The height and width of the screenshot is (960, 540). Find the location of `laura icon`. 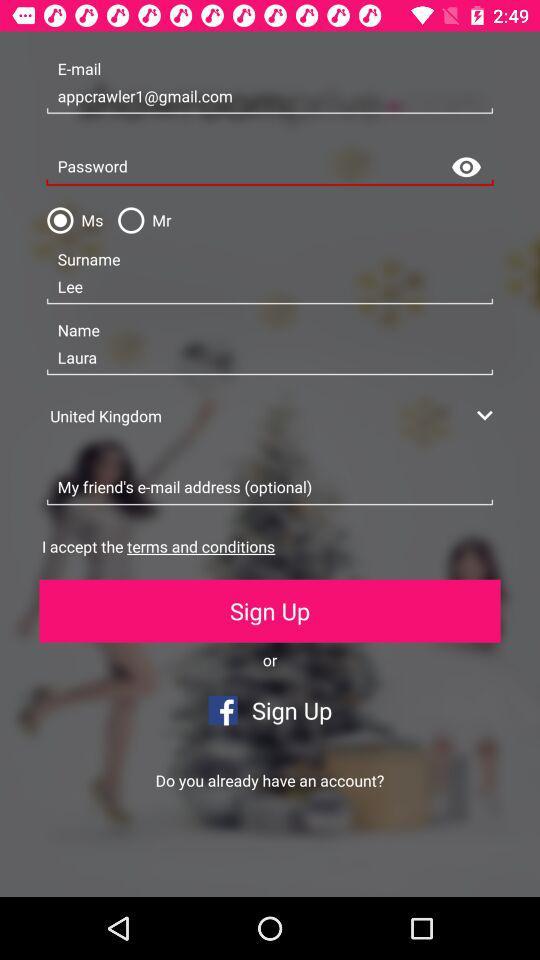

laura icon is located at coordinates (270, 358).